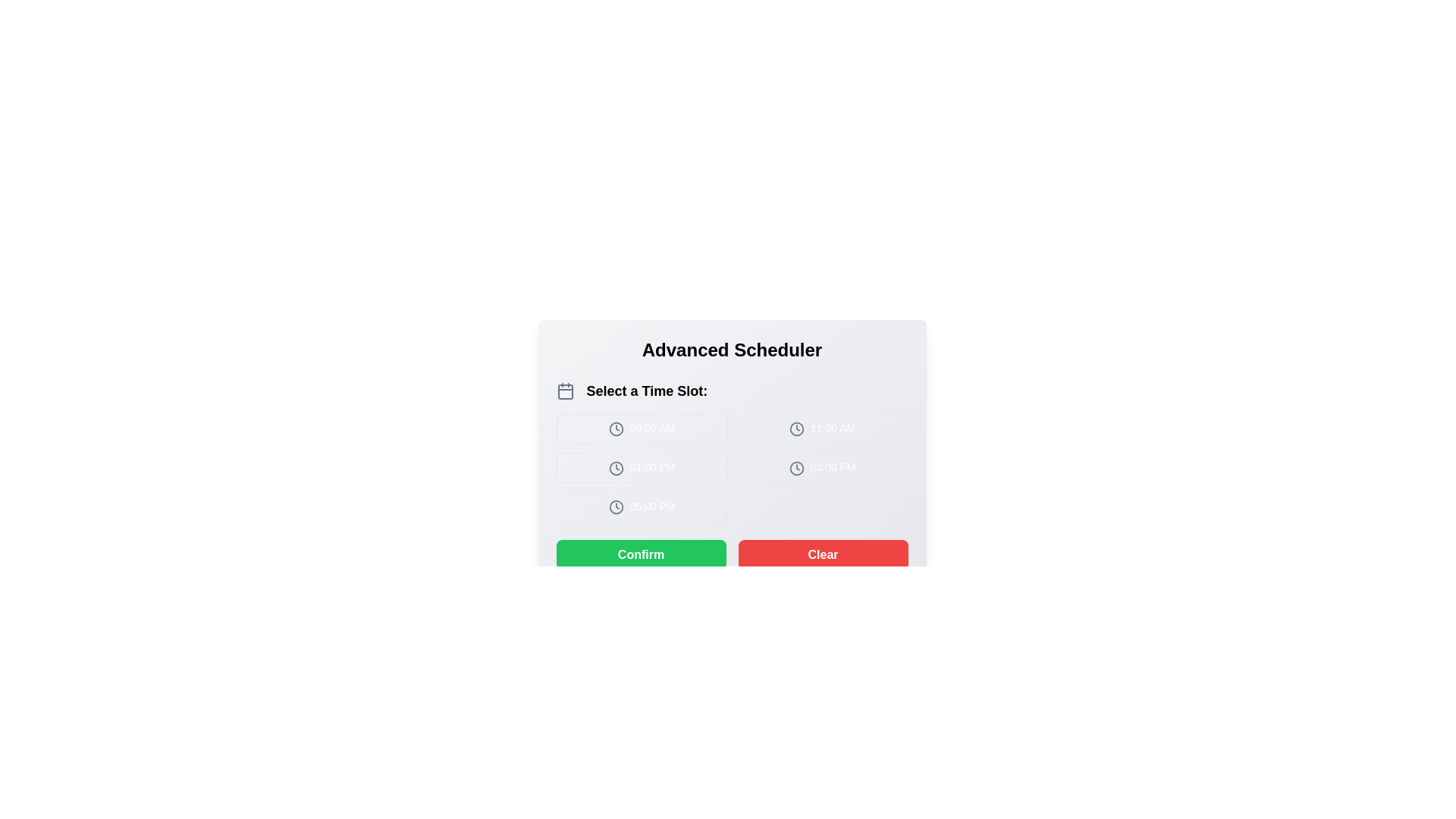 Image resolution: width=1456 pixels, height=819 pixels. I want to click on a time slot button within the 'Advanced Scheduler' component, so click(732, 450).